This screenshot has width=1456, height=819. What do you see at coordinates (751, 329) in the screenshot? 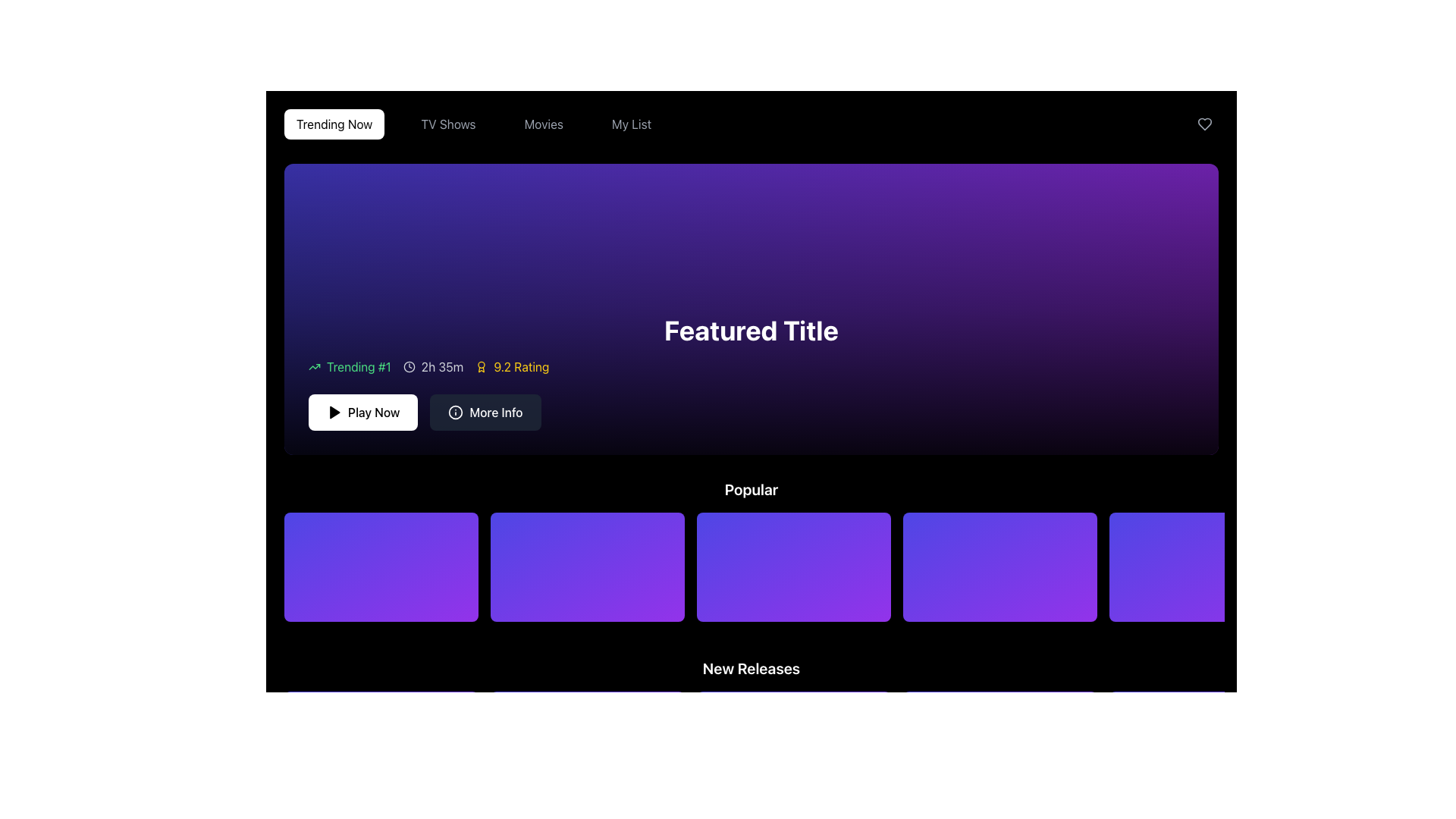
I see `the featured title text label, which is centrally positioned above additional information such as 'Trending #1', '2h 35m', and '9.2 Rating'` at bounding box center [751, 329].